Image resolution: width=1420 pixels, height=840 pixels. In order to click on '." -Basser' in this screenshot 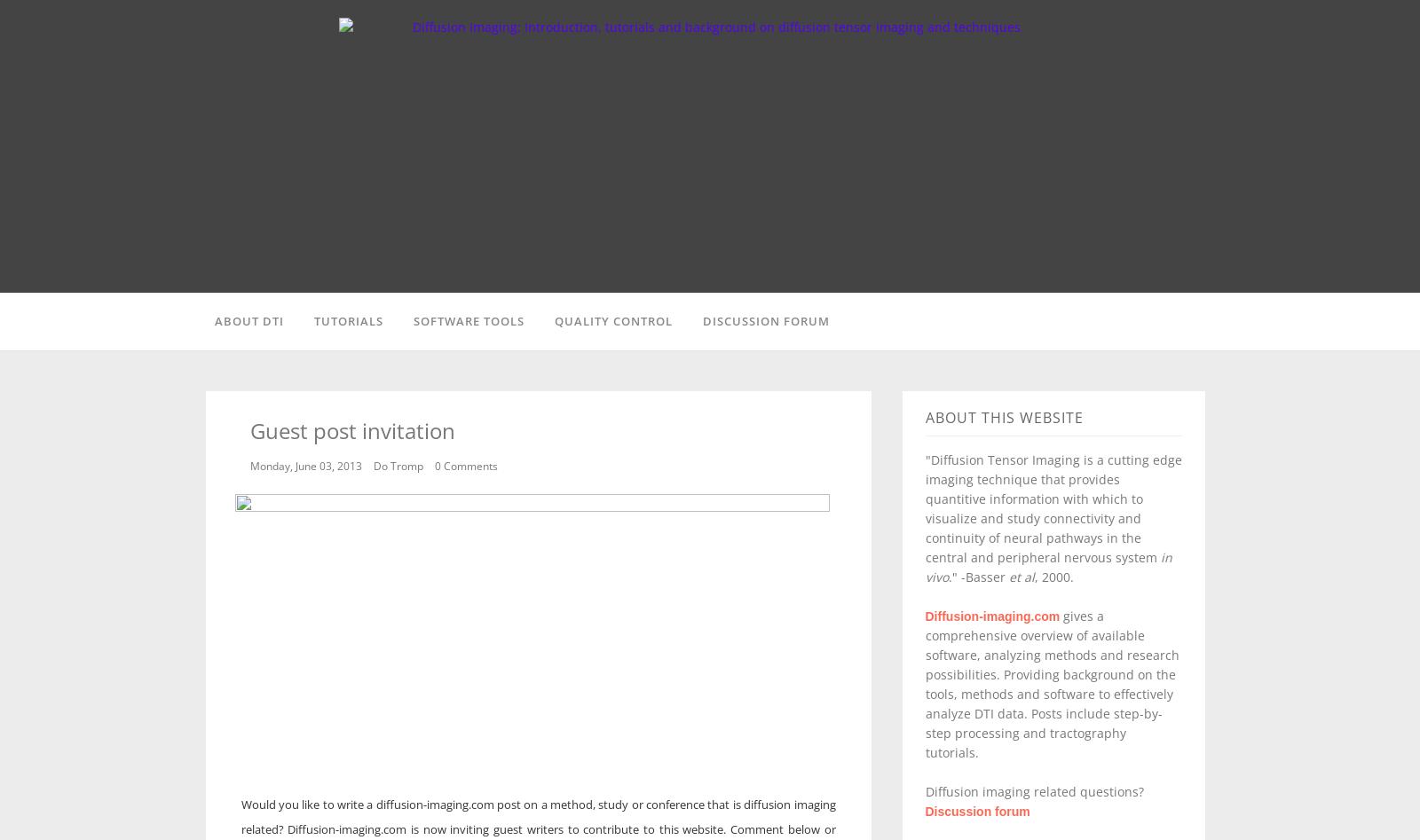, I will do `click(977, 577)`.